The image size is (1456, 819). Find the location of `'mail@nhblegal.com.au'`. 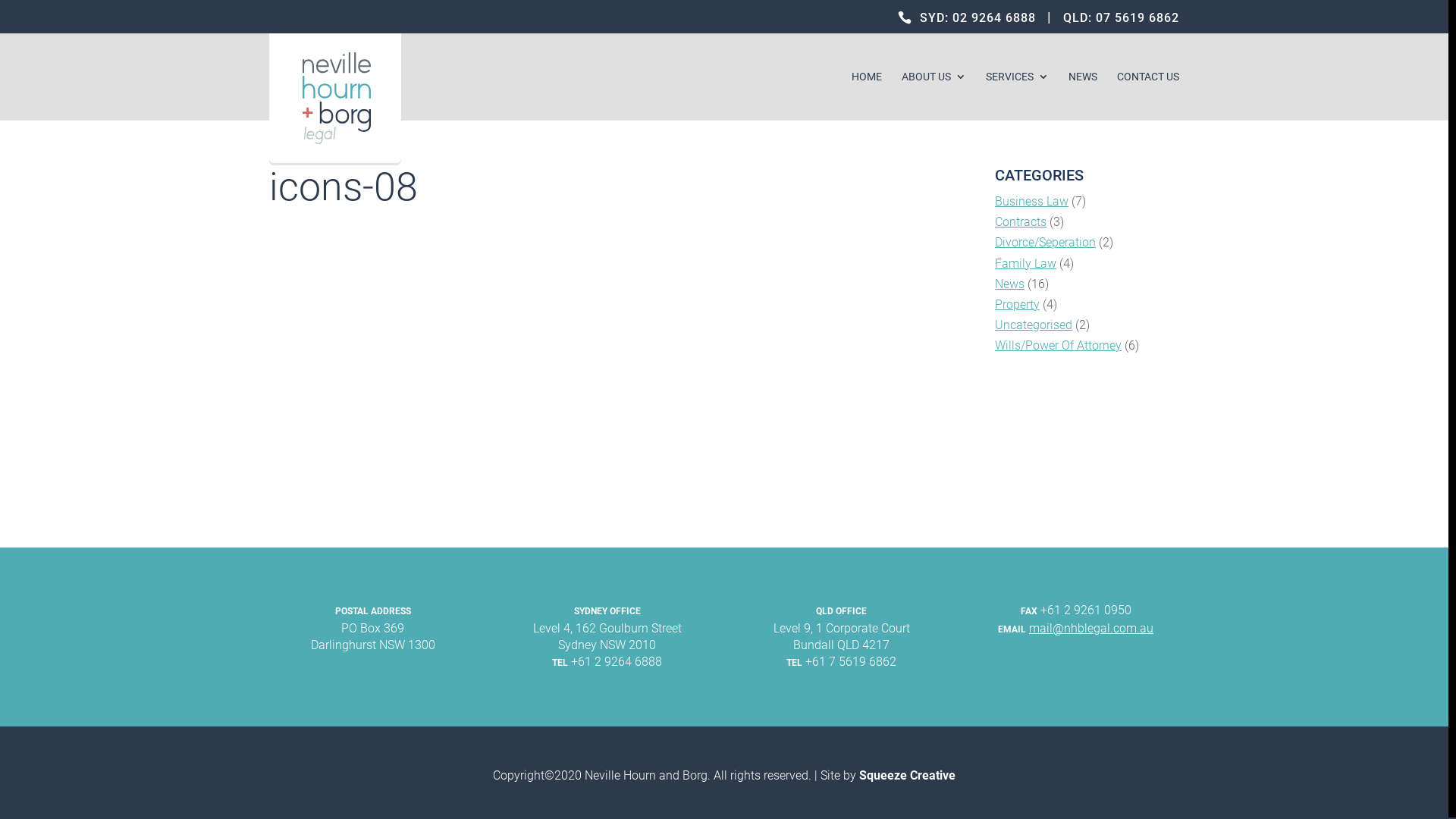

'mail@nhblegal.com.au' is located at coordinates (1090, 628).